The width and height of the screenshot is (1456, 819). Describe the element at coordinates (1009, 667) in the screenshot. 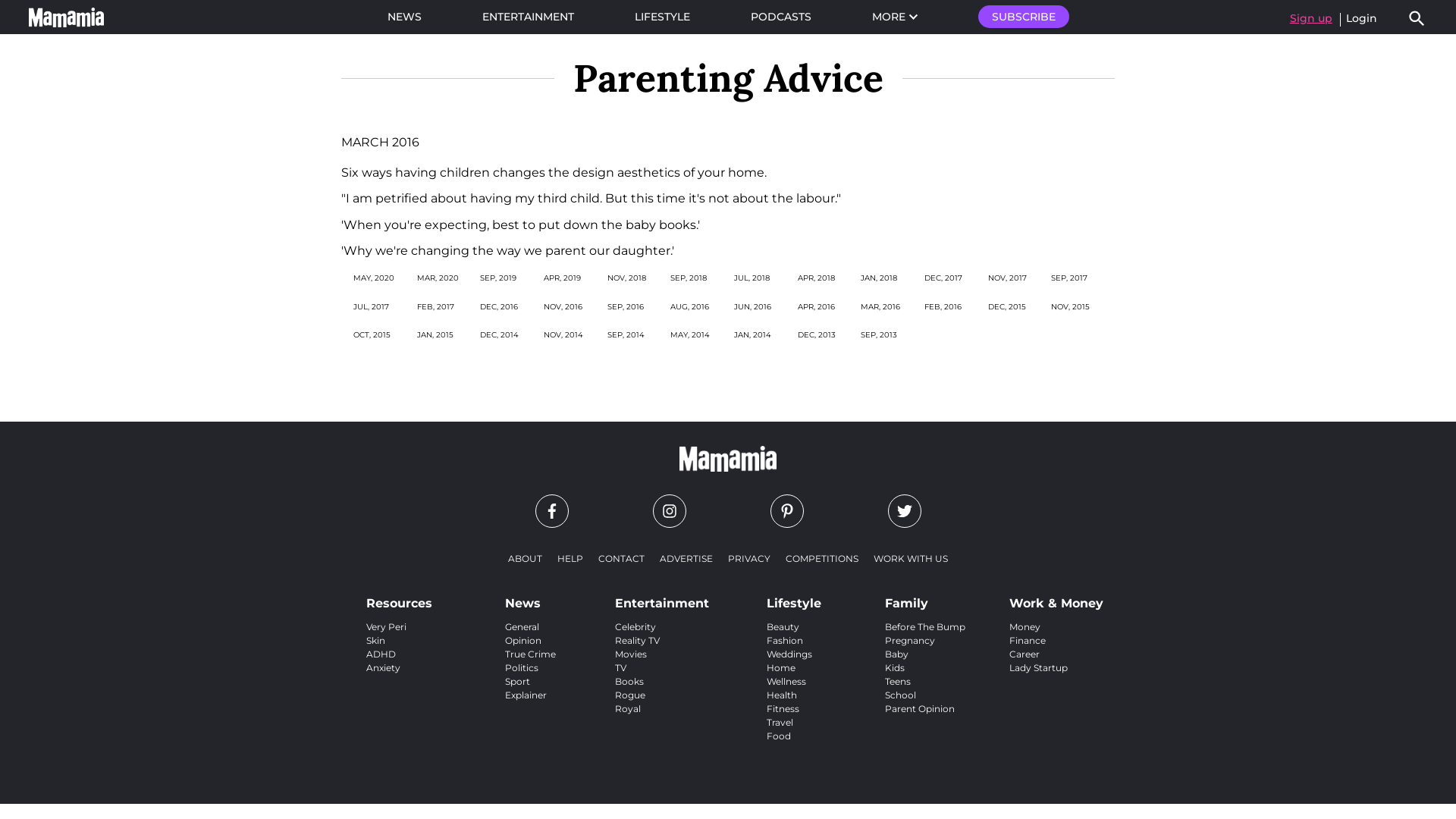

I see `'Lady Startup'` at that location.